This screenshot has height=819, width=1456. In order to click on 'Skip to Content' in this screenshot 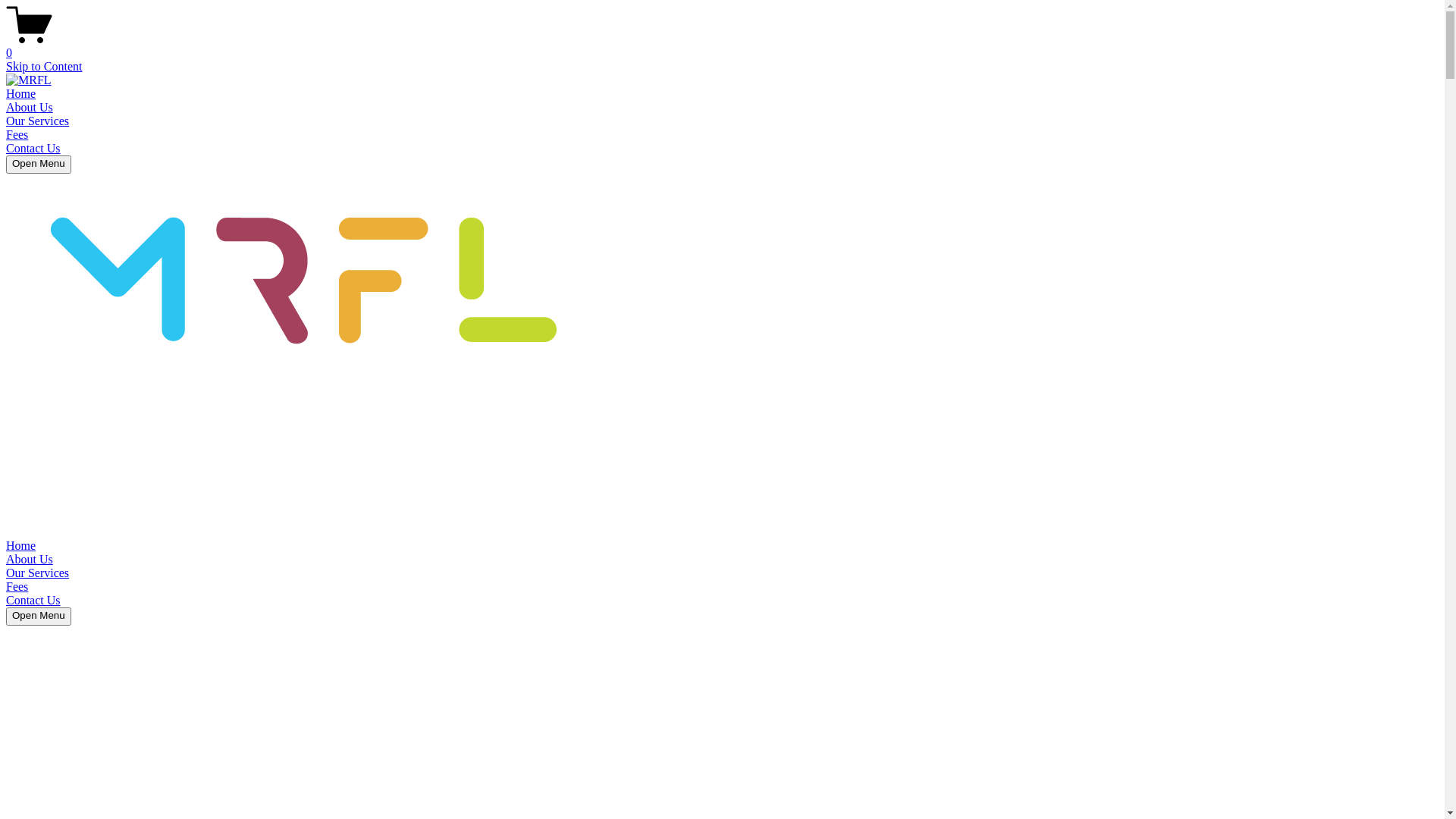, I will do `click(43, 65)`.